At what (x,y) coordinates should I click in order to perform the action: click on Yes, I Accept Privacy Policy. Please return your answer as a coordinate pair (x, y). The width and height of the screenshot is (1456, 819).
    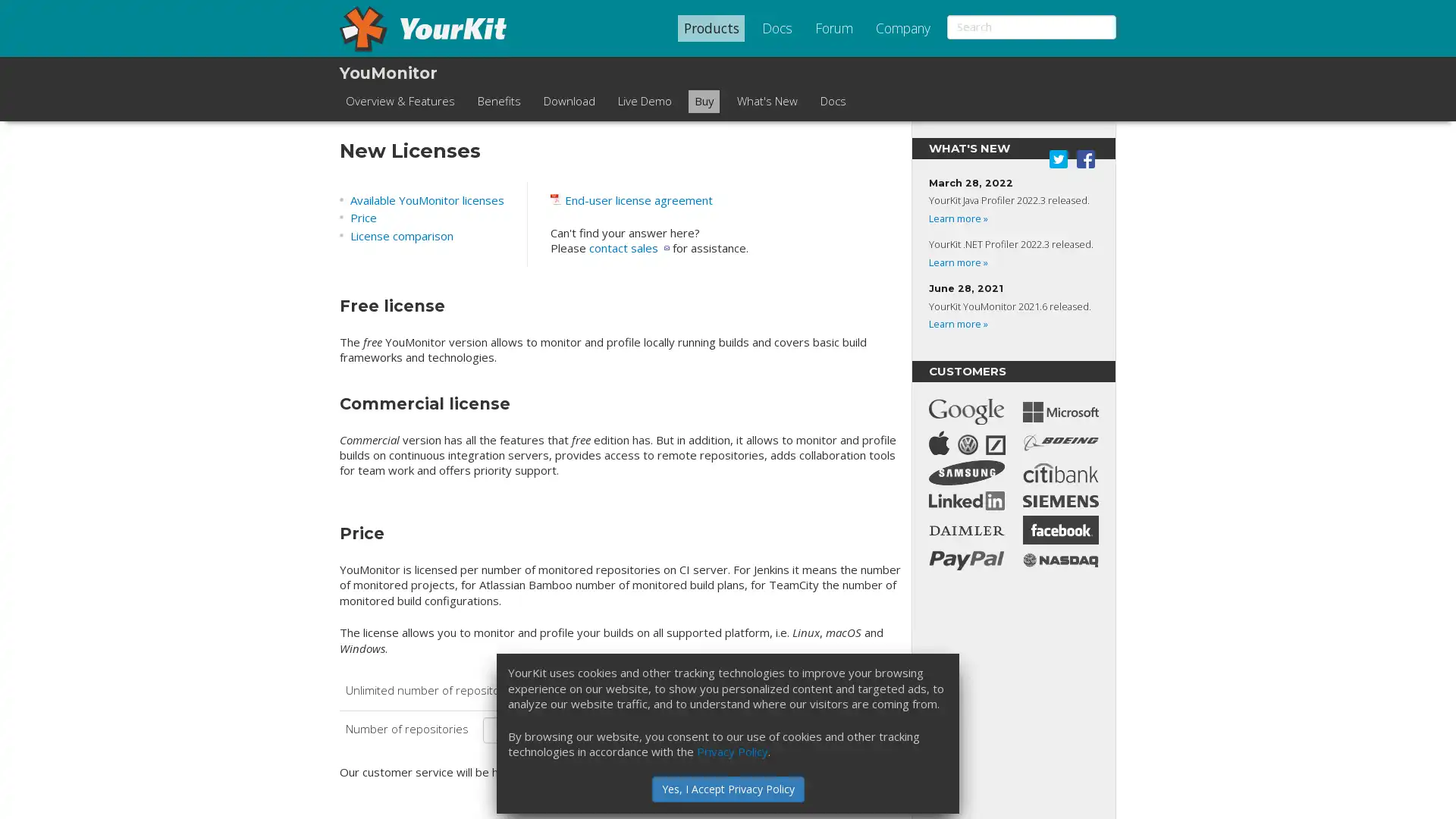
    Looking at the image, I should click on (726, 788).